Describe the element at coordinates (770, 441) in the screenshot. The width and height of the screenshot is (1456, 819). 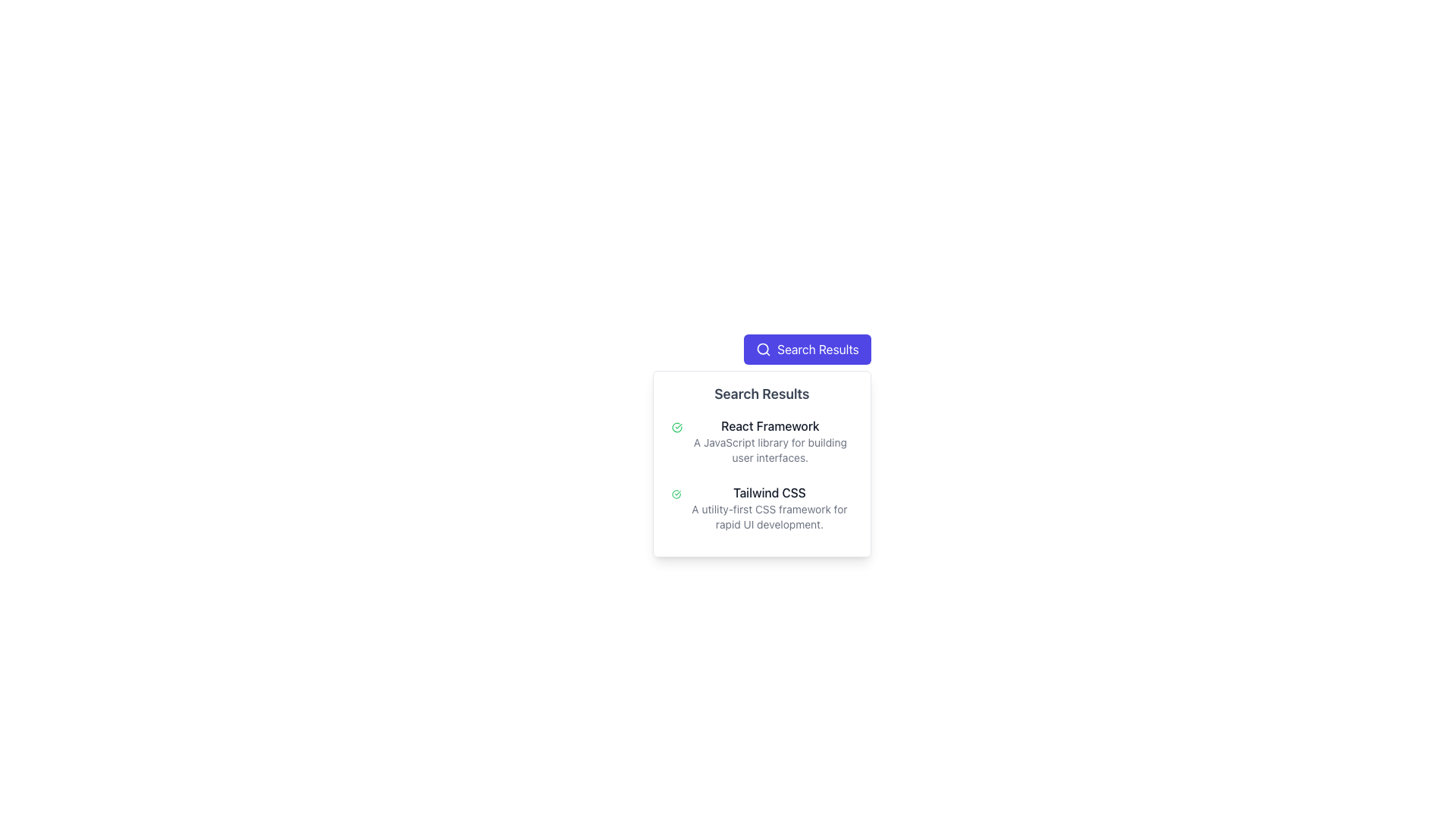
I see `text block conveying information about the 'React Framework,' which is the first item in a vertically stacked list of components` at that location.